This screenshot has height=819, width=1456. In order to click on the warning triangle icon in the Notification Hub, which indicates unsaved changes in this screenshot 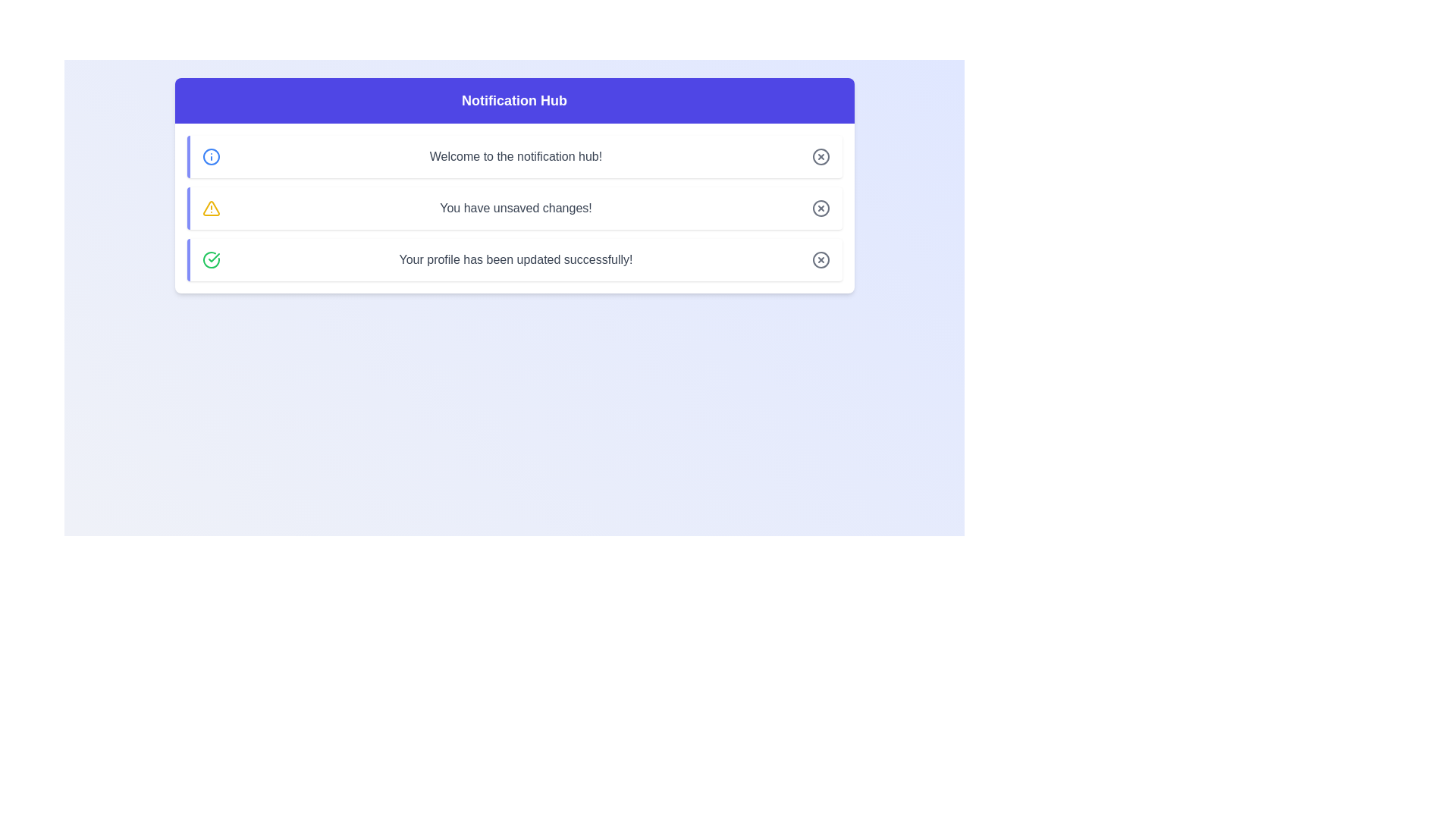, I will do `click(210, 208)`.